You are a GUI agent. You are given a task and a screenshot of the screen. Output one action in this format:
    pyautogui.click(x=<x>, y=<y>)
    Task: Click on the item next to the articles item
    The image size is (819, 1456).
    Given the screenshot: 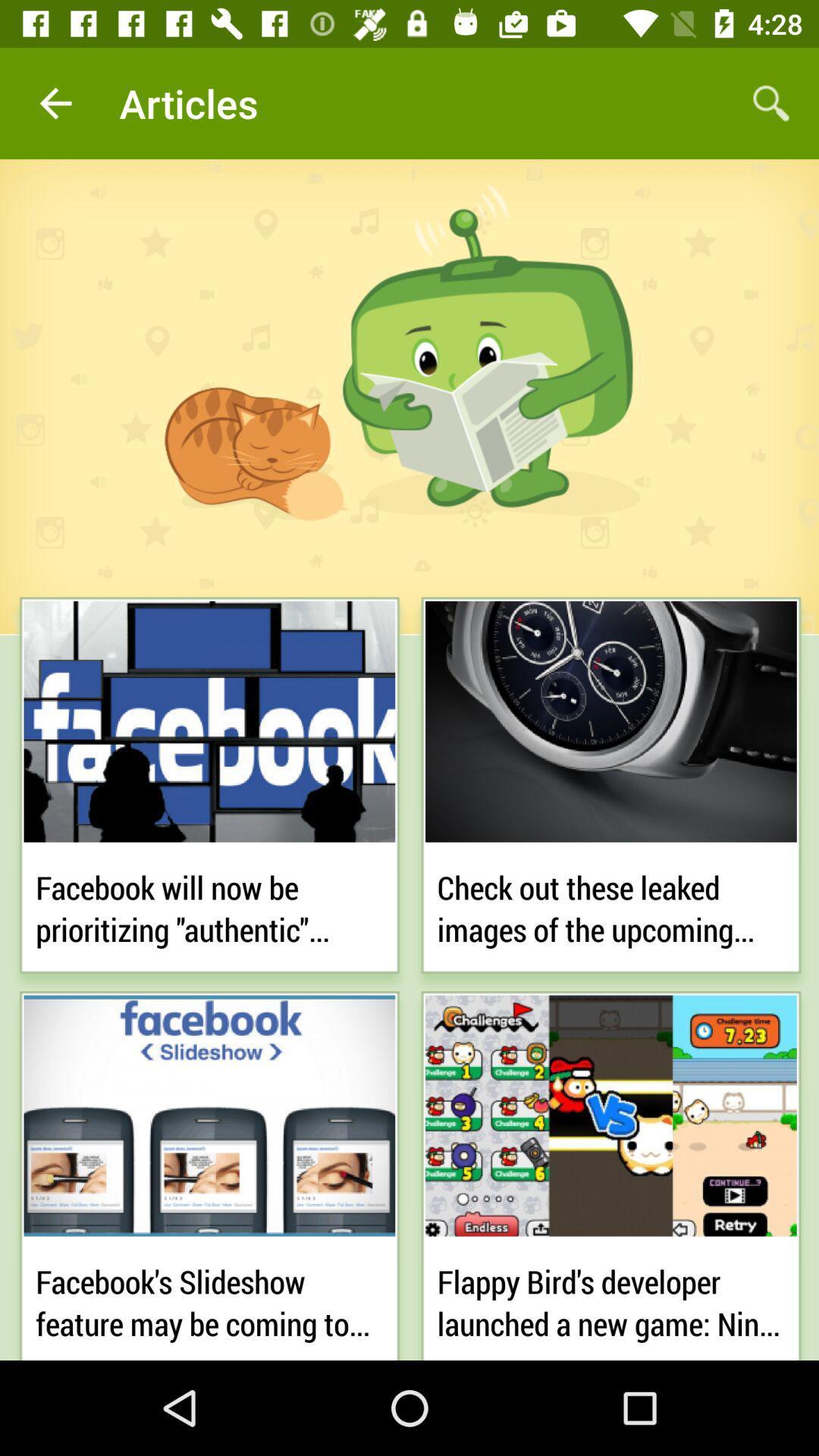 What is the action you would take?
    pyautogui.click(x=771, y=102)
    